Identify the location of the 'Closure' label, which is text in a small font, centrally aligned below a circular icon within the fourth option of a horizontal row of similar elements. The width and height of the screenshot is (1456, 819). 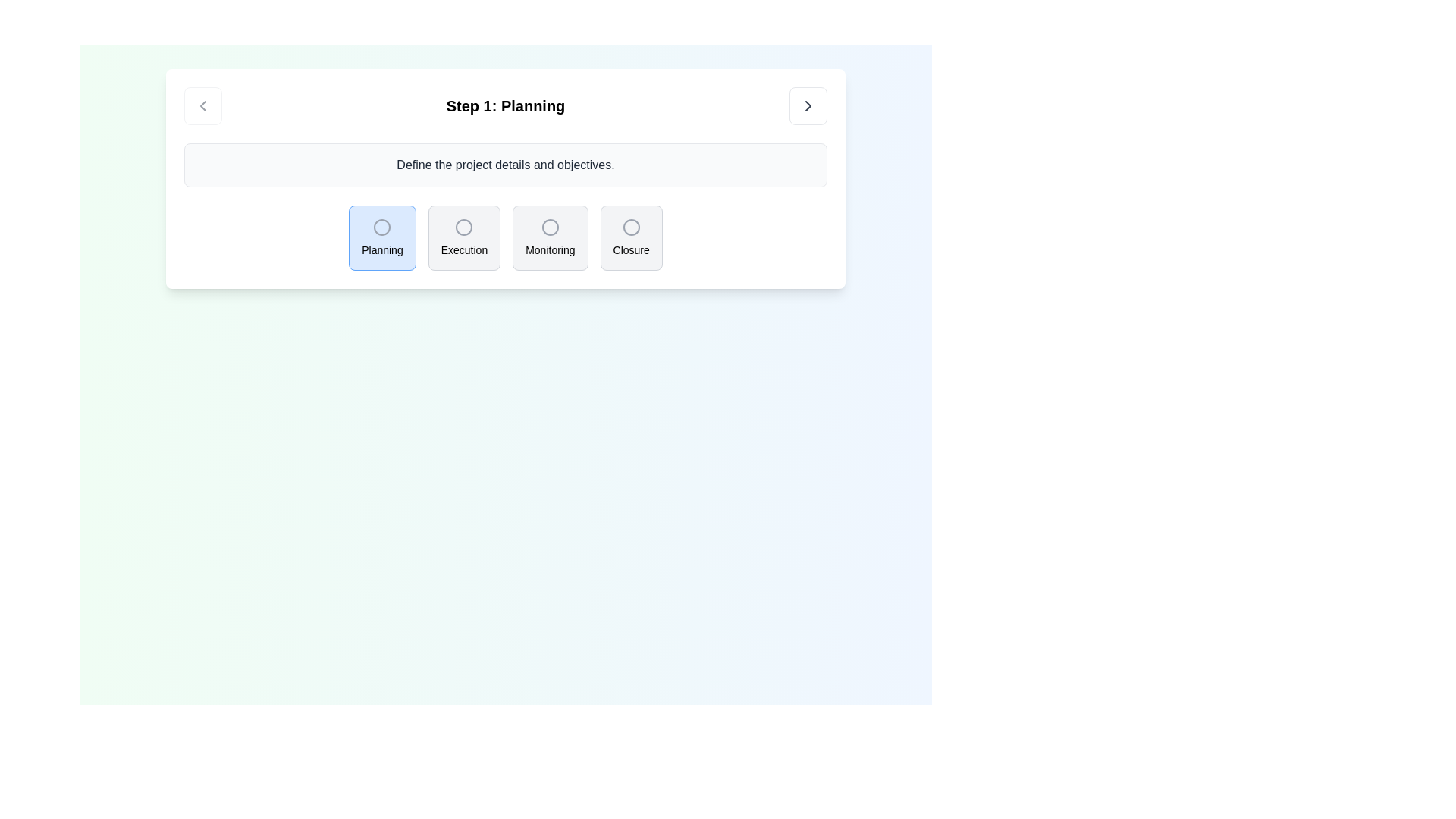
(631, 249).